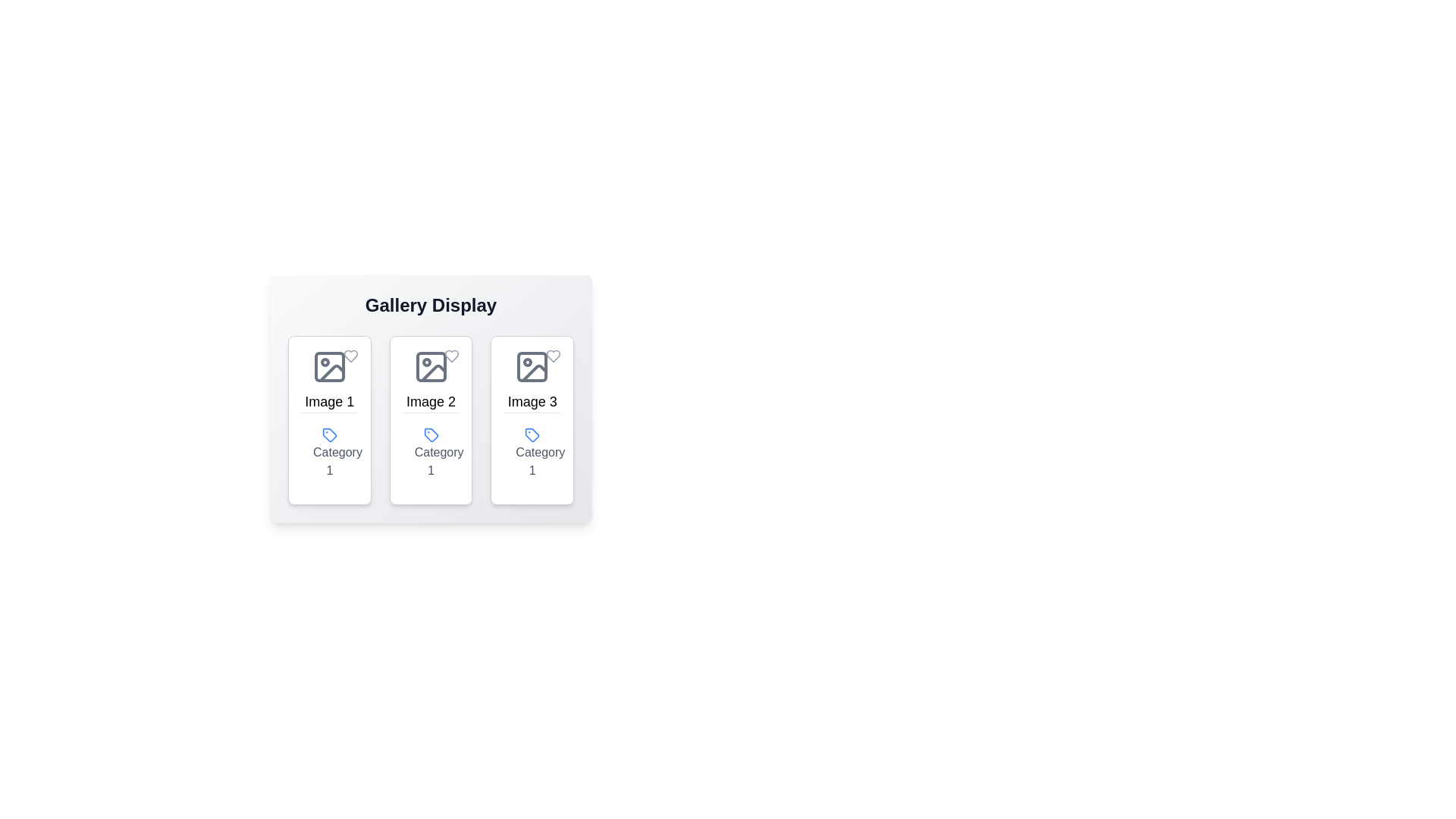 The height and width of the screenshot is (819, 1456). I want to click on the heart icon in the top-right corner of the card representing 'Image 3' to change its appearance, so click(552, 356).